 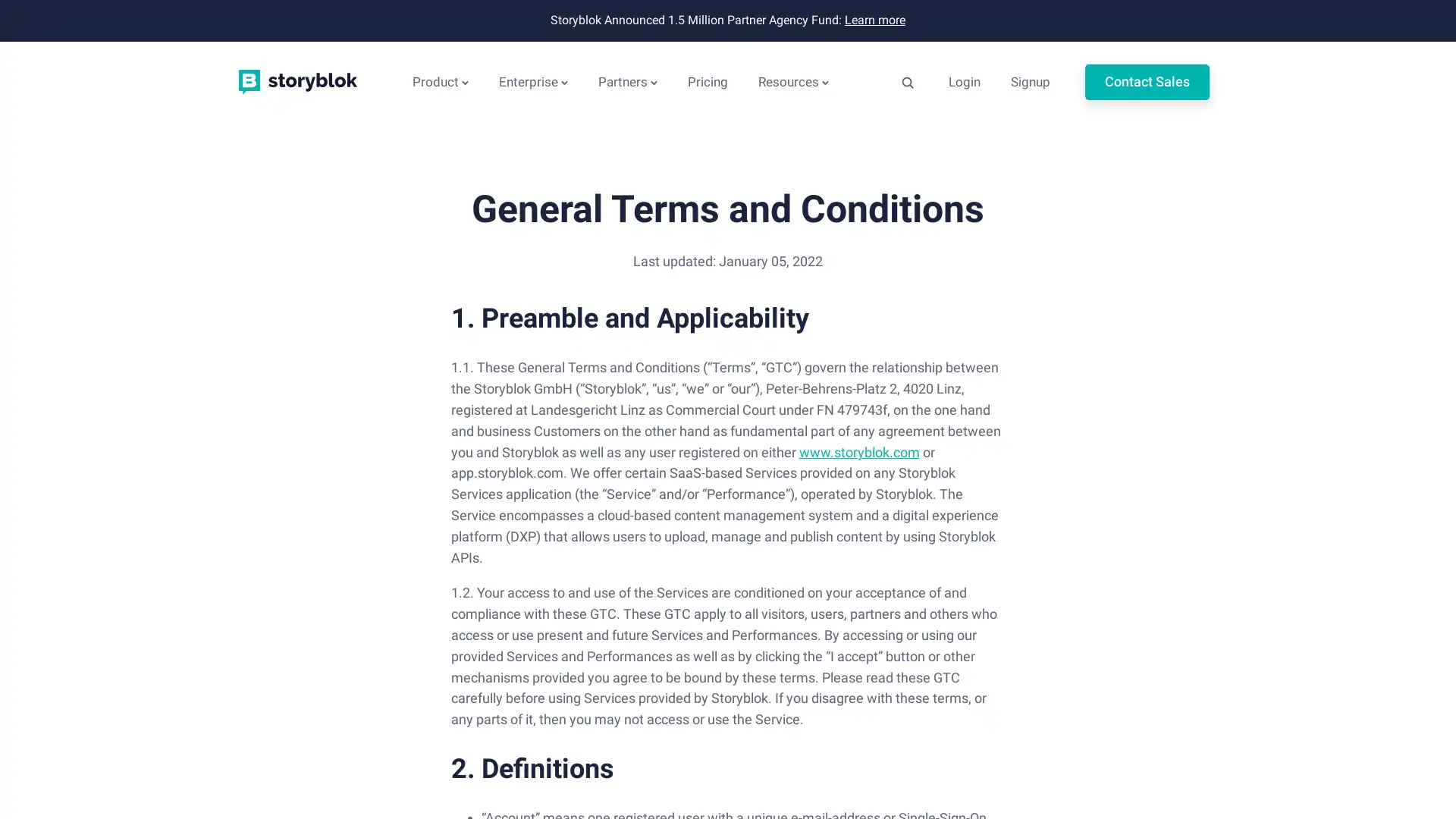 I want to click on Enterprise, so click(x=533, y=82).